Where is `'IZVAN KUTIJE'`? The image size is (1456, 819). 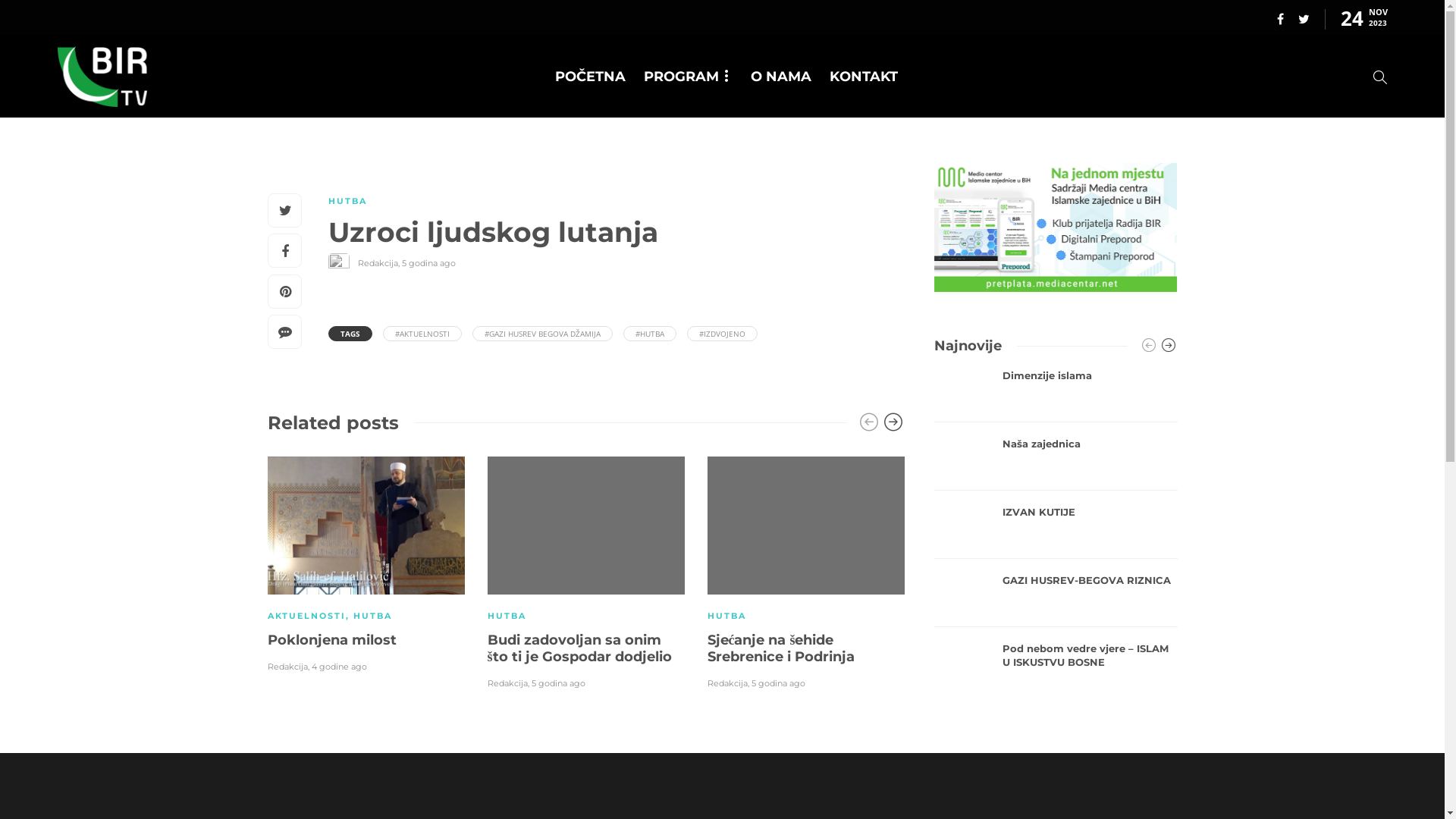
'IZVAN KUTIJE' is located at coordinates (1089, 512).